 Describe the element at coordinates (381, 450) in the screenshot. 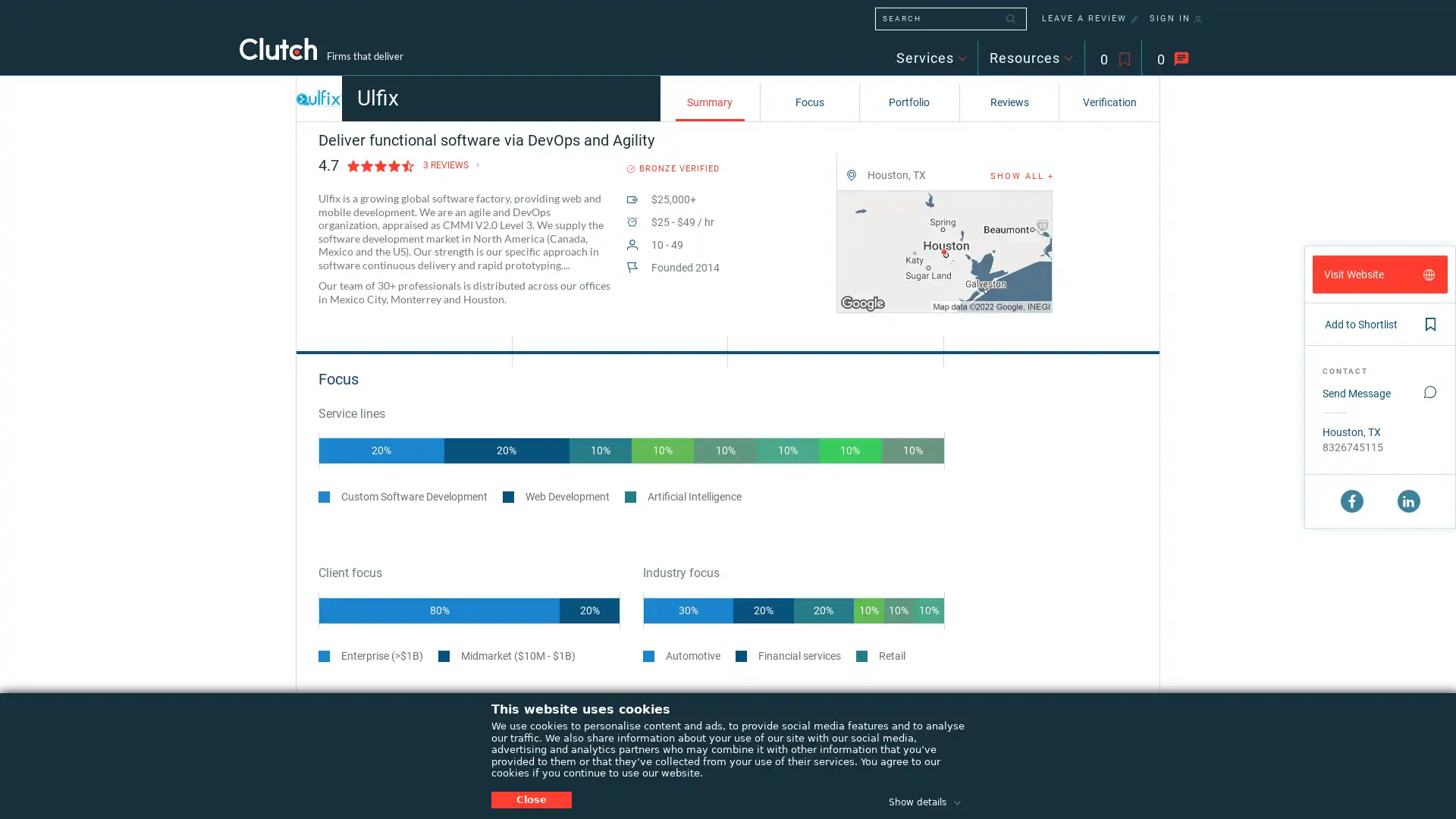

I see `20%` at that location.